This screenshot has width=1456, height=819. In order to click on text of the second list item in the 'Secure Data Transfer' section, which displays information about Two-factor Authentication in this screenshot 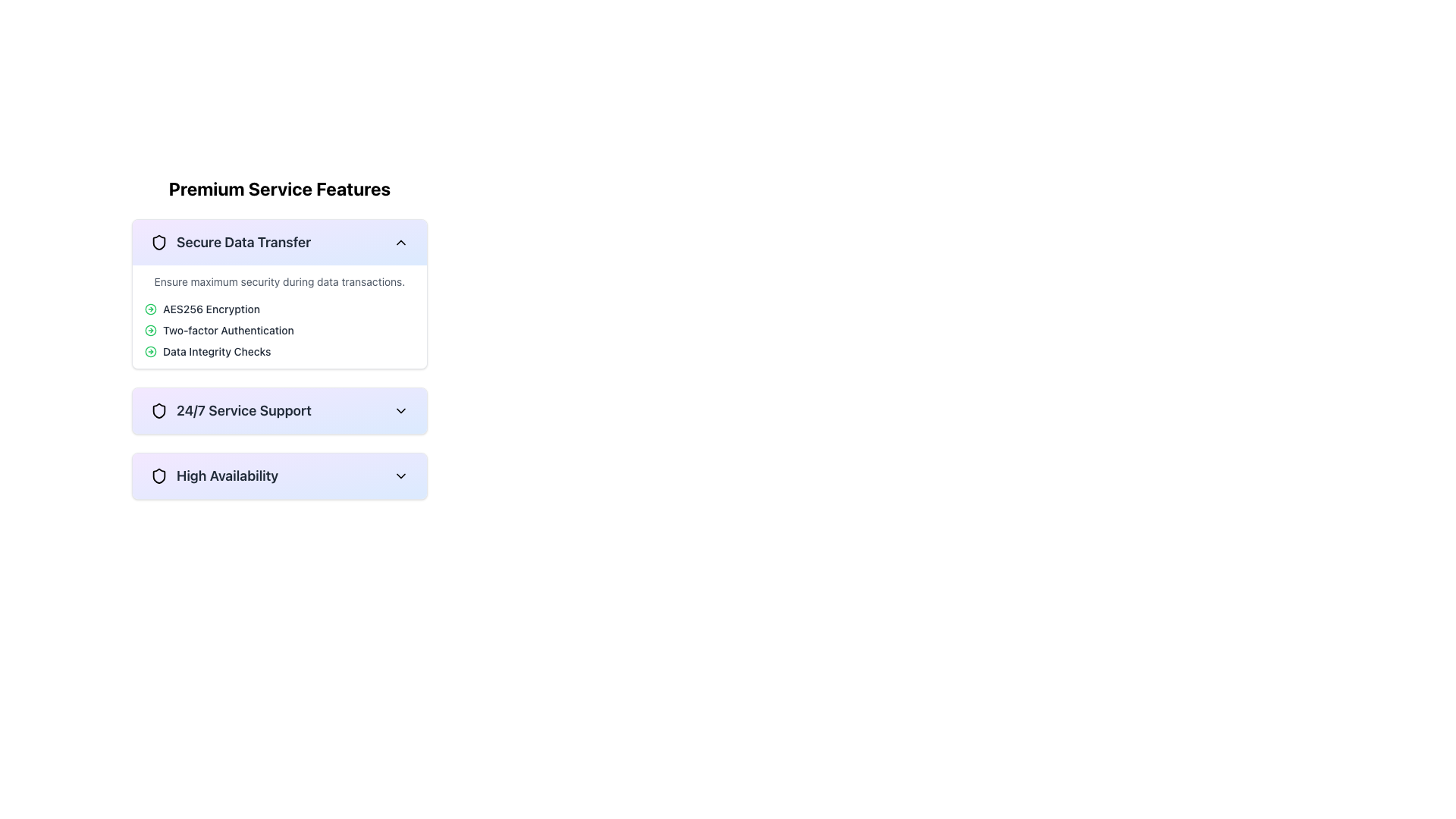, I will do `click(280, 329)`.